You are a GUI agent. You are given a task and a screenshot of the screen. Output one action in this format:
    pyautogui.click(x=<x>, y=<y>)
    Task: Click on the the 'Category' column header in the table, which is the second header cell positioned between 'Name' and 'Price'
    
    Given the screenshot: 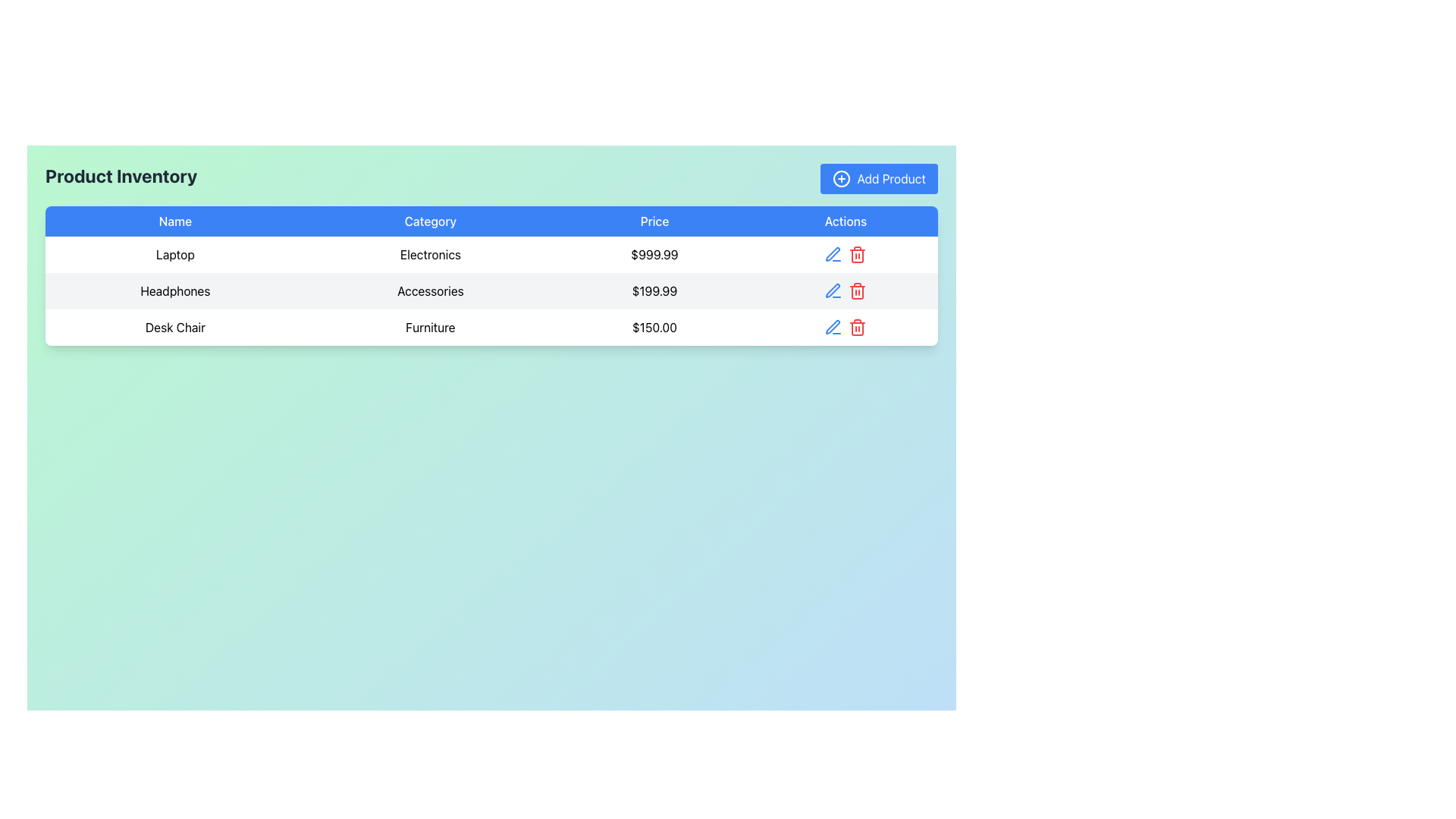 What is the action you would take?
    pyautogui.click(x=429, y=221)
    